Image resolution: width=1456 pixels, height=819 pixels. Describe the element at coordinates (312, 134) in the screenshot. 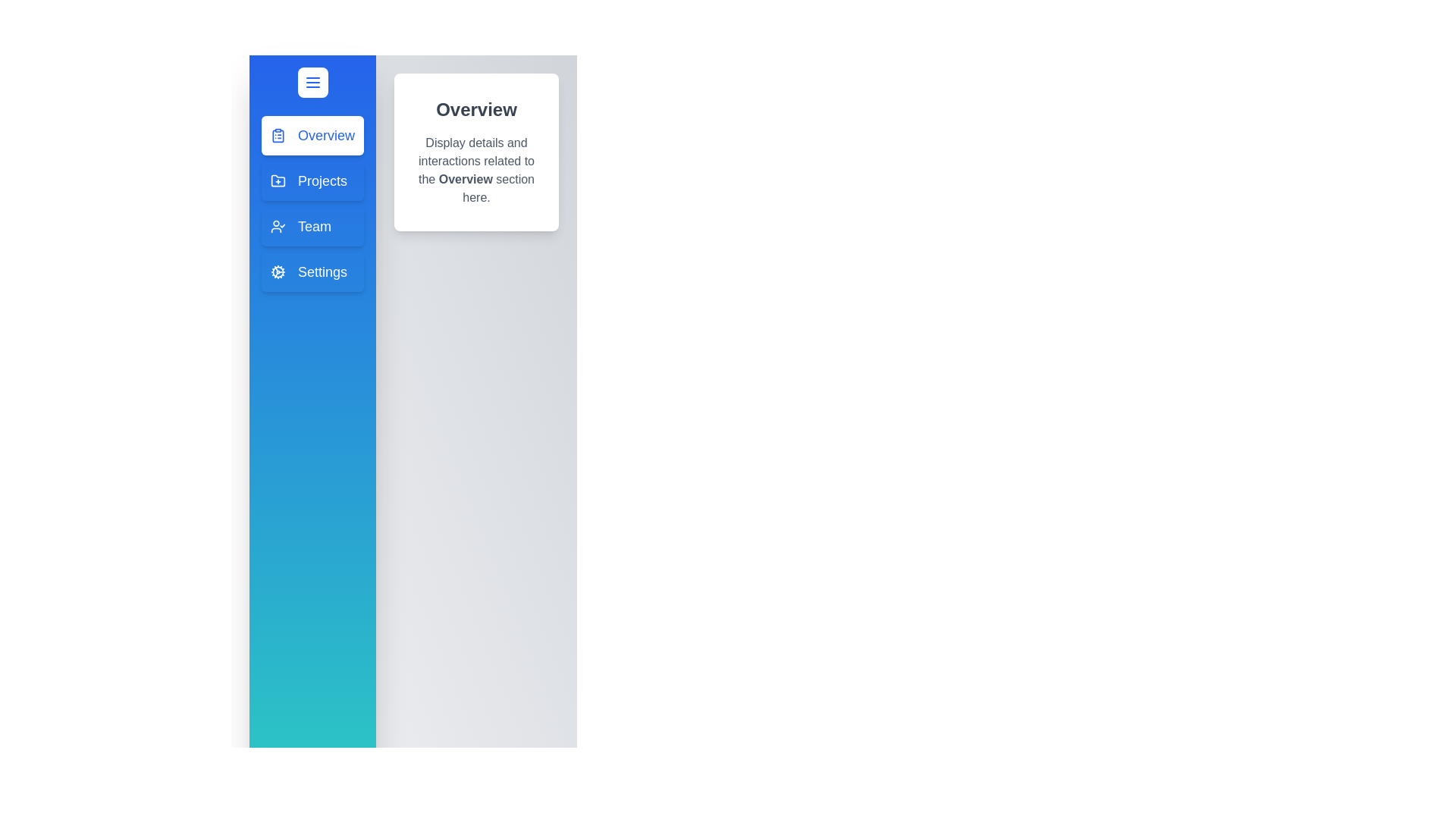

I see `the drawer item corresponding to Overview to preview its interaction effect` at that location.